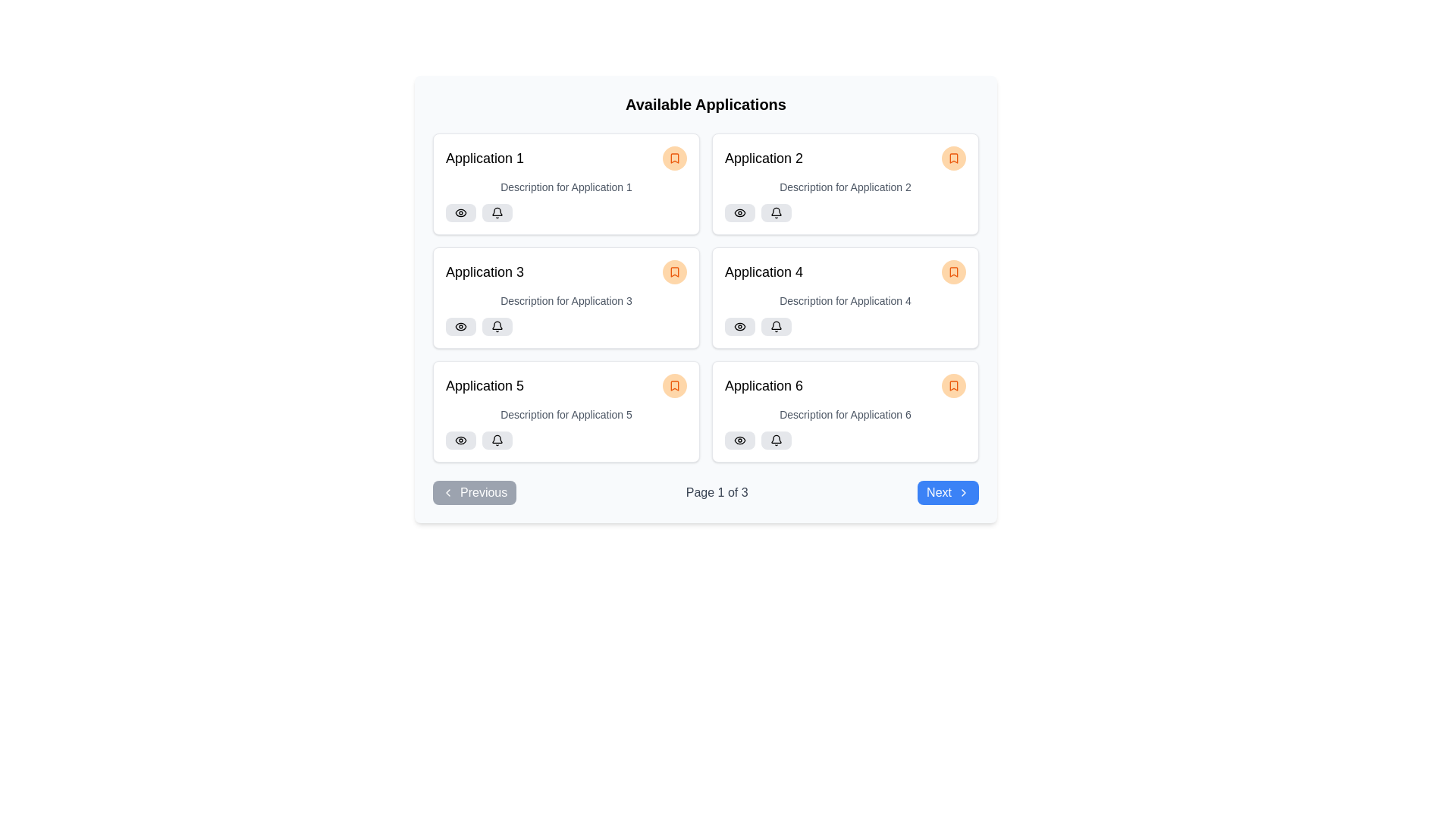  Describe the element at coordinates (497, 213) in the screenshot. I see `the notification button, which is the second icon` at that location.